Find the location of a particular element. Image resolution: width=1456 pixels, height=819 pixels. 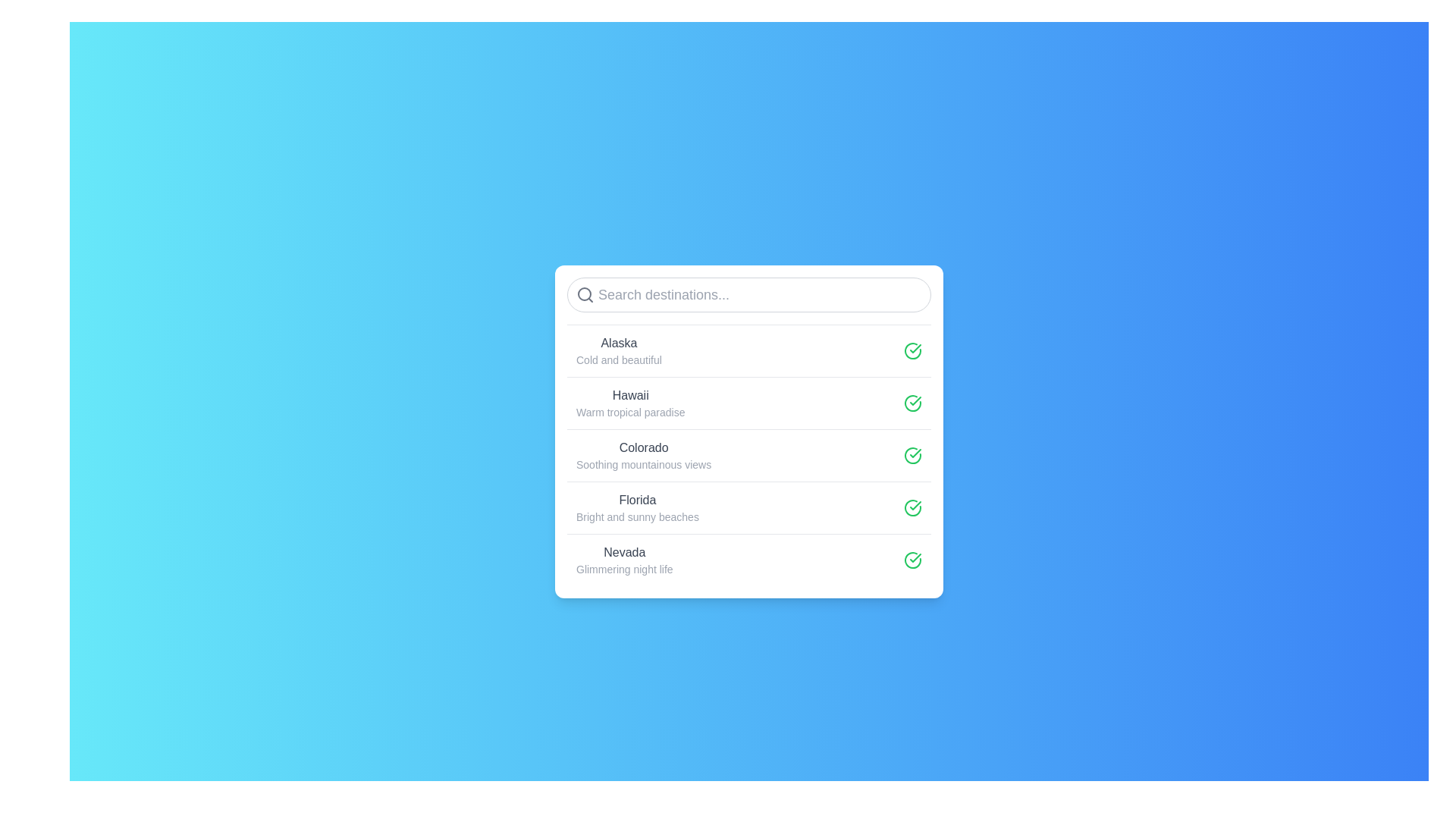

the text label displaying 'Cold and beautiful', which is styled in a smaller font size and lighter gray color, positioned below the label 'Alaska' is located at coordinates (619, 359).